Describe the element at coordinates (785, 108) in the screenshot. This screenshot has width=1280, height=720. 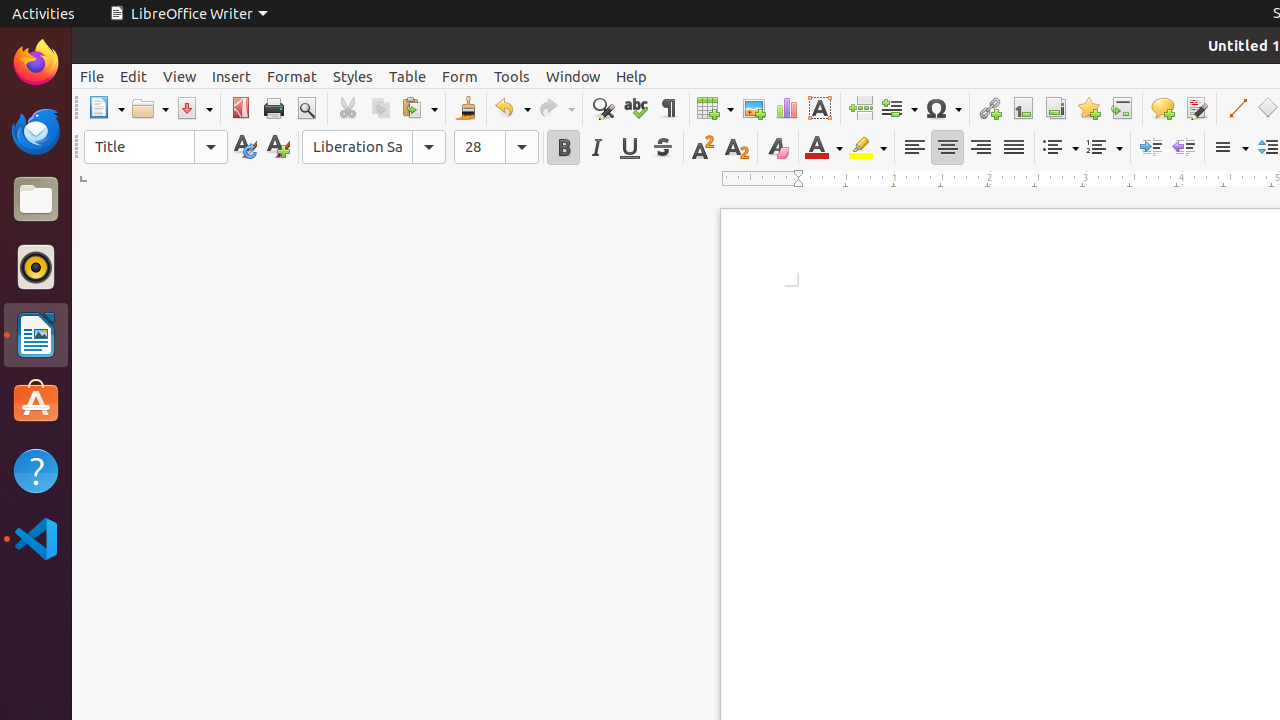
I see `'Chart'` at that location.